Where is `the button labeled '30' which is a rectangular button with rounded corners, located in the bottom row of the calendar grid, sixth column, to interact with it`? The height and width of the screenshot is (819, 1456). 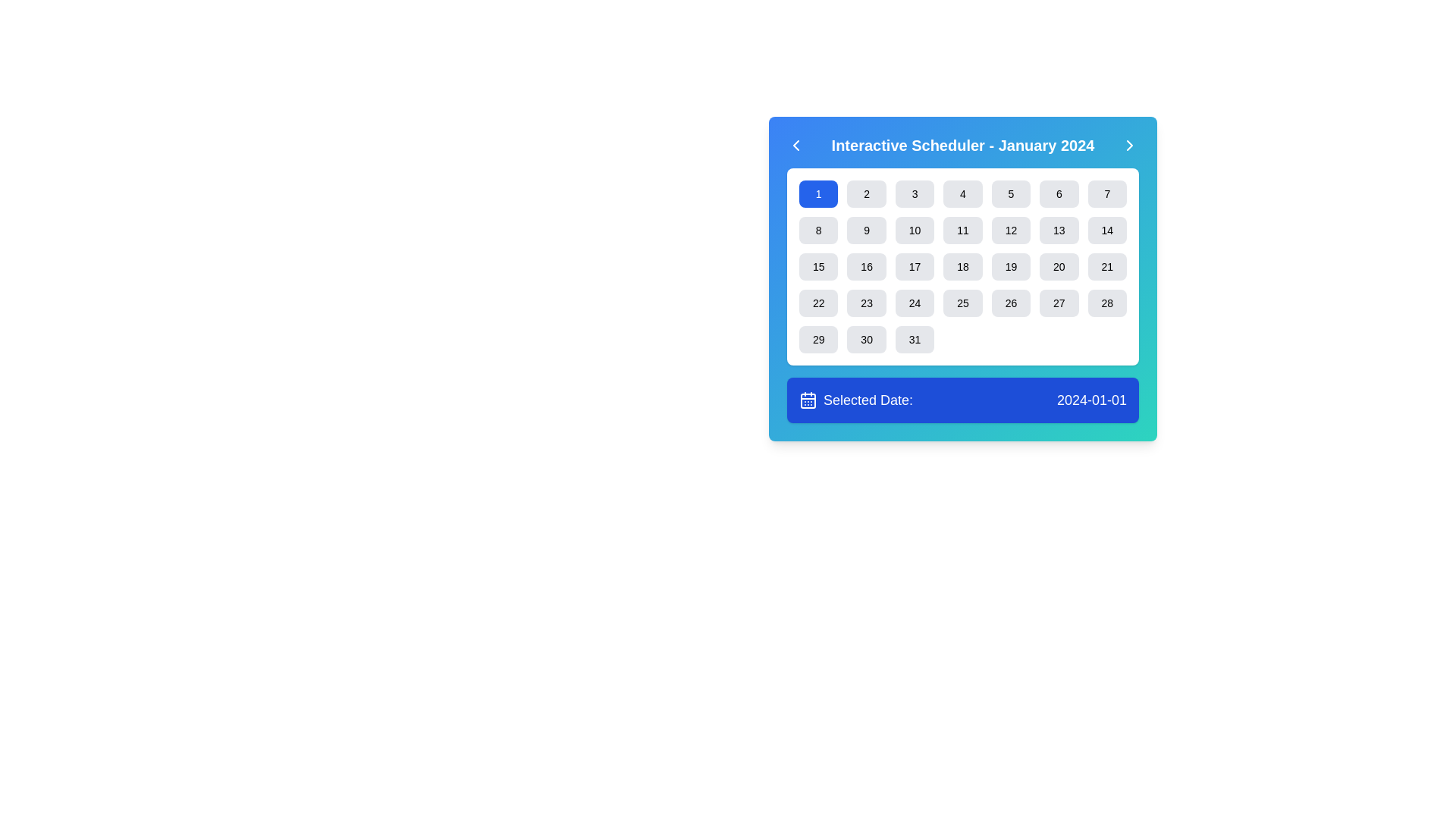
the button labeled '30' which is a rectangular button with rounded corners, located in the bottom row of the calendar grid, sixth column, to interact with it is located at coordinates (867, 338).